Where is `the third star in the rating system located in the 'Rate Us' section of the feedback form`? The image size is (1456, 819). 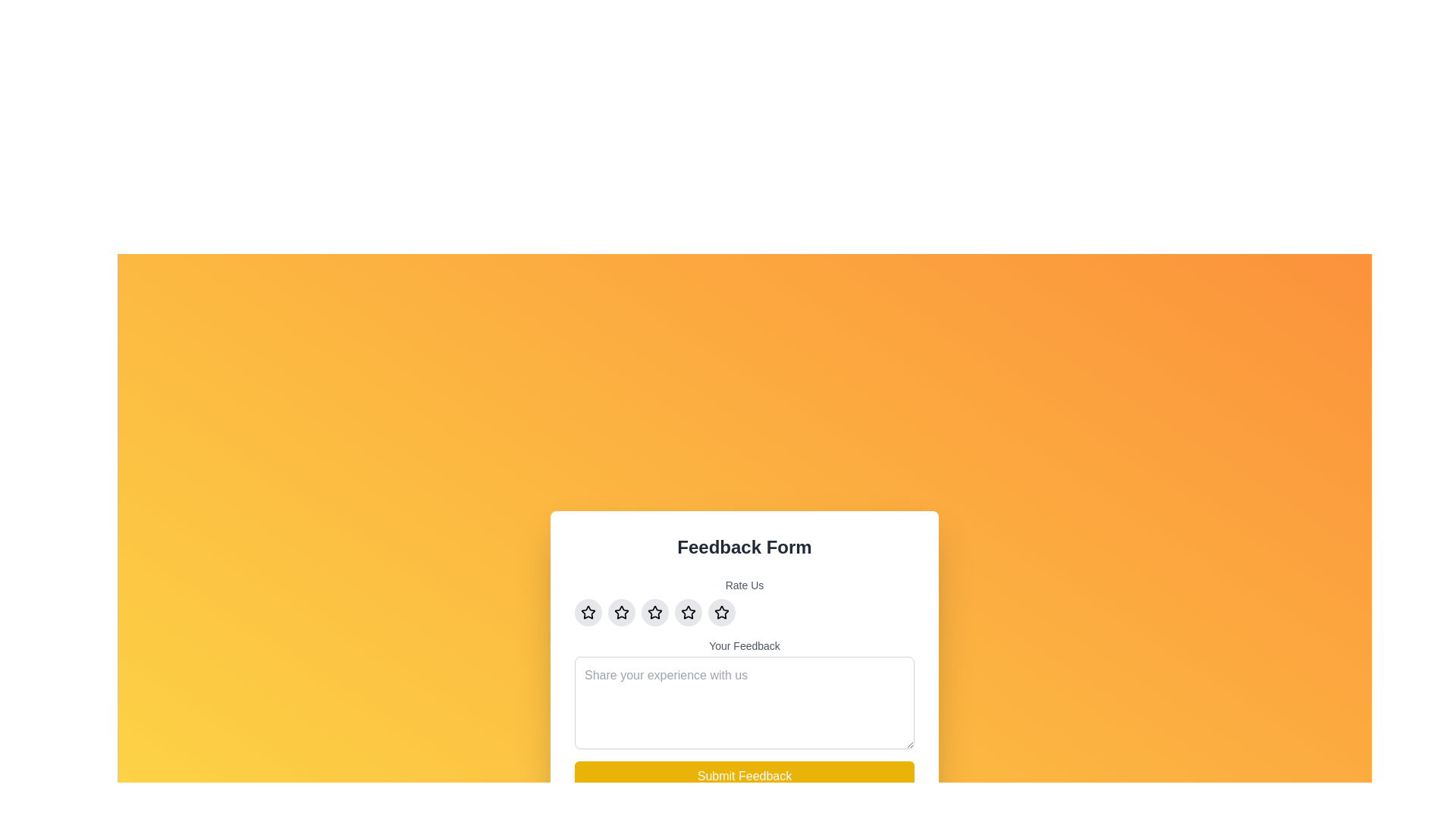
the third star in the rating system located in the 'Rate Us' section of the feedback form is located at coordinates (655, 611).